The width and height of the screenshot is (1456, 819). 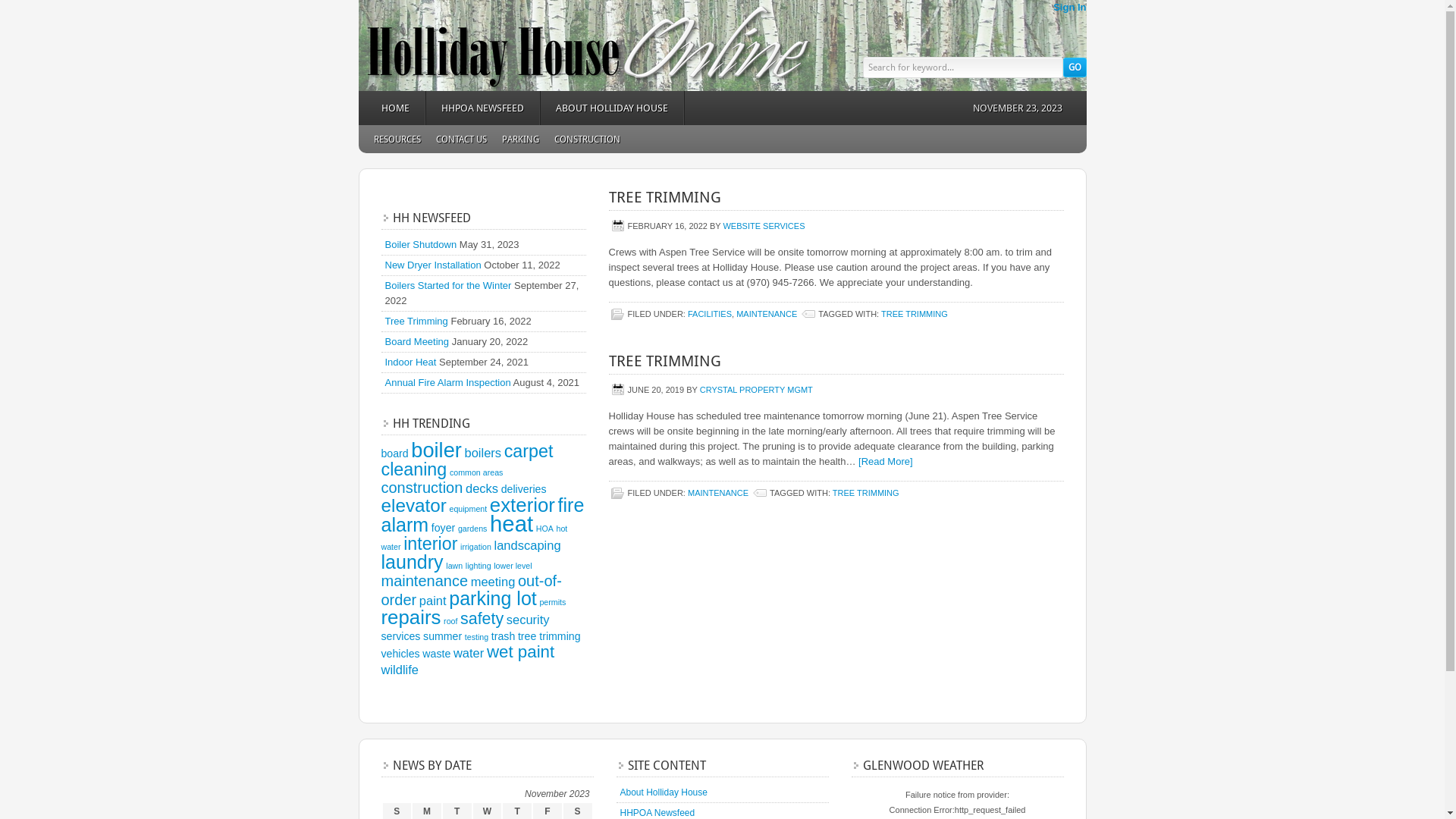 I want to click on 'deliveries', so click(x=524, y=488).